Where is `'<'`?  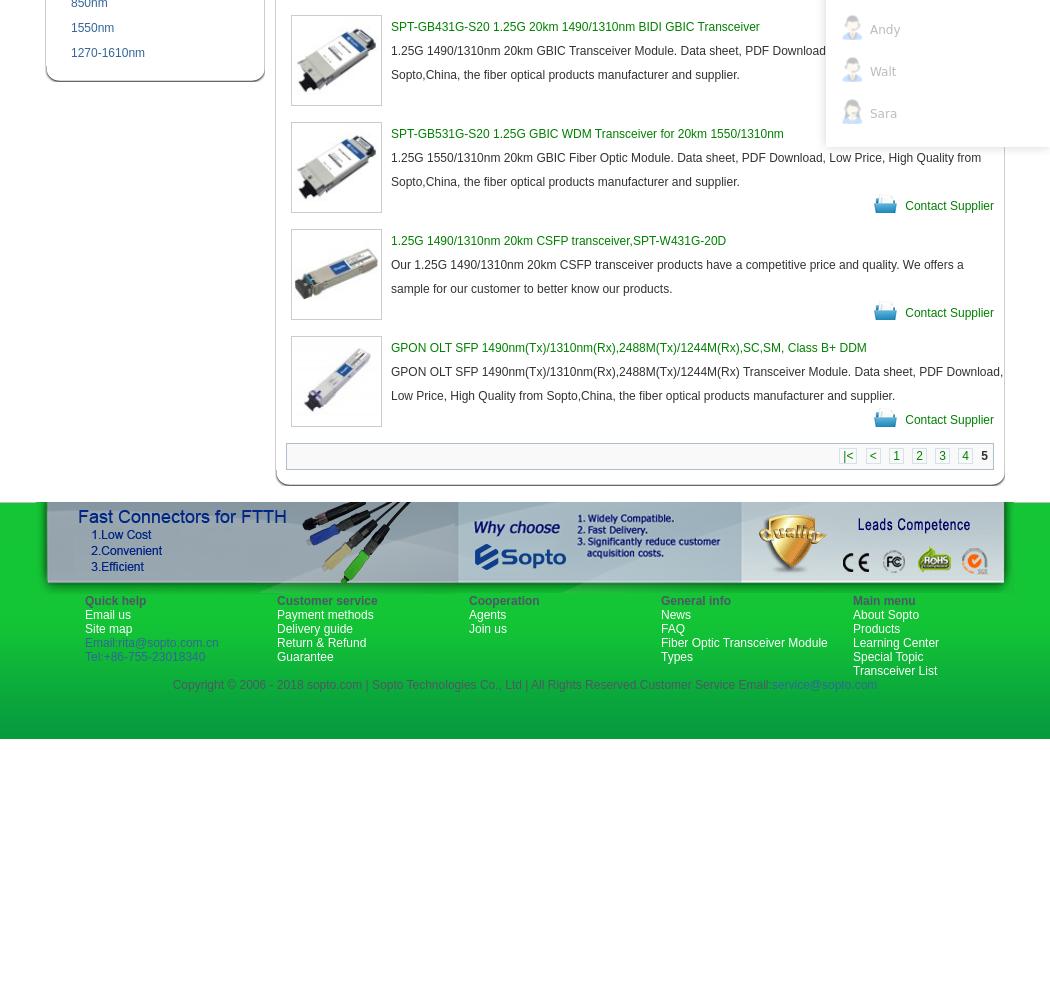 '<' is located at coordinates (871, 455).